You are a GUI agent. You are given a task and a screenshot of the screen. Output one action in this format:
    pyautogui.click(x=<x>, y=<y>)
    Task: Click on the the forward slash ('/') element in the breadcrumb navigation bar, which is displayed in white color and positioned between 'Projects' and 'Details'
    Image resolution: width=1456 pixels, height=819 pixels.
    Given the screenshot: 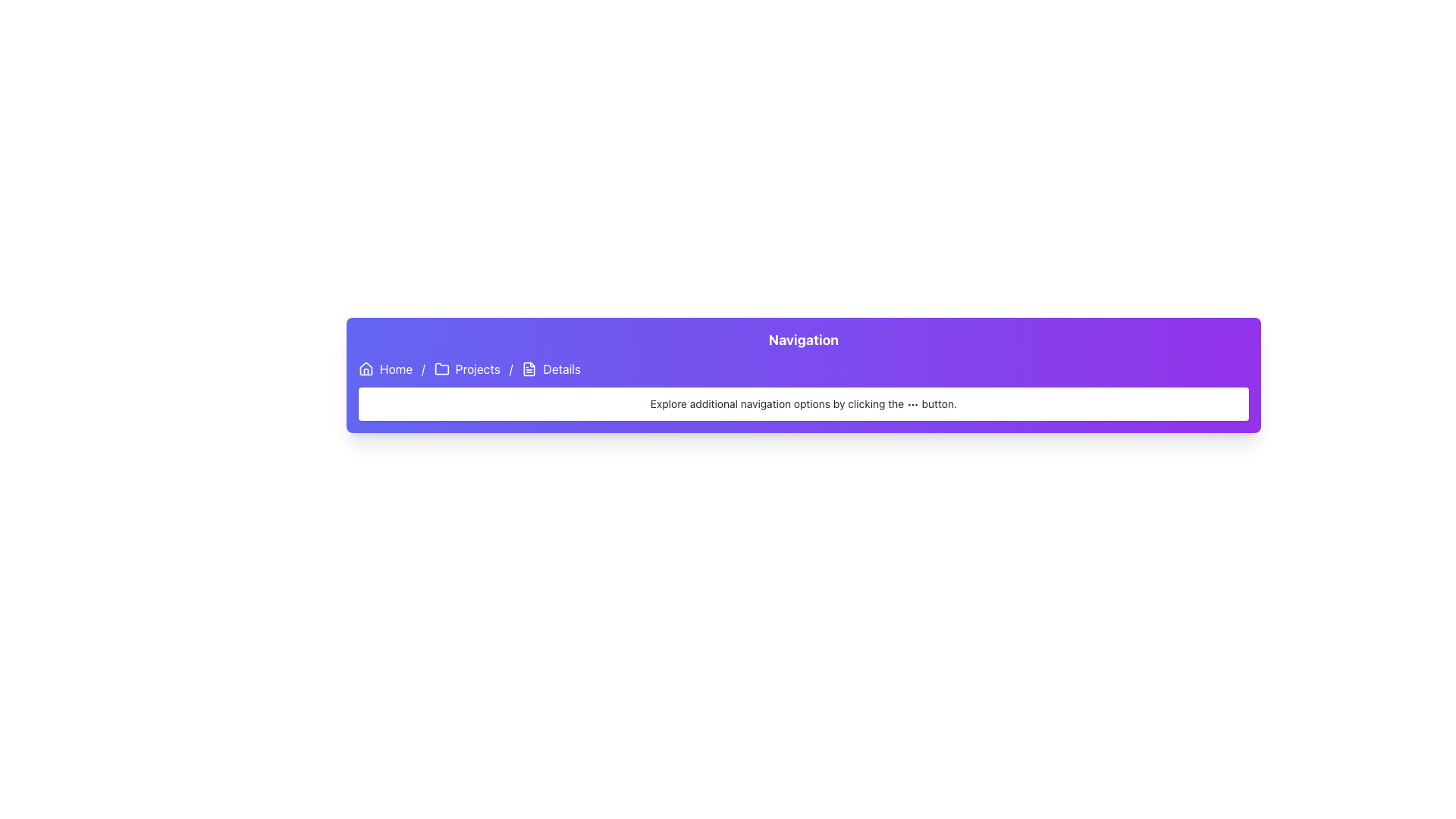 What is the action you would take?
    pyautogui.click(x=423, y=369)
    